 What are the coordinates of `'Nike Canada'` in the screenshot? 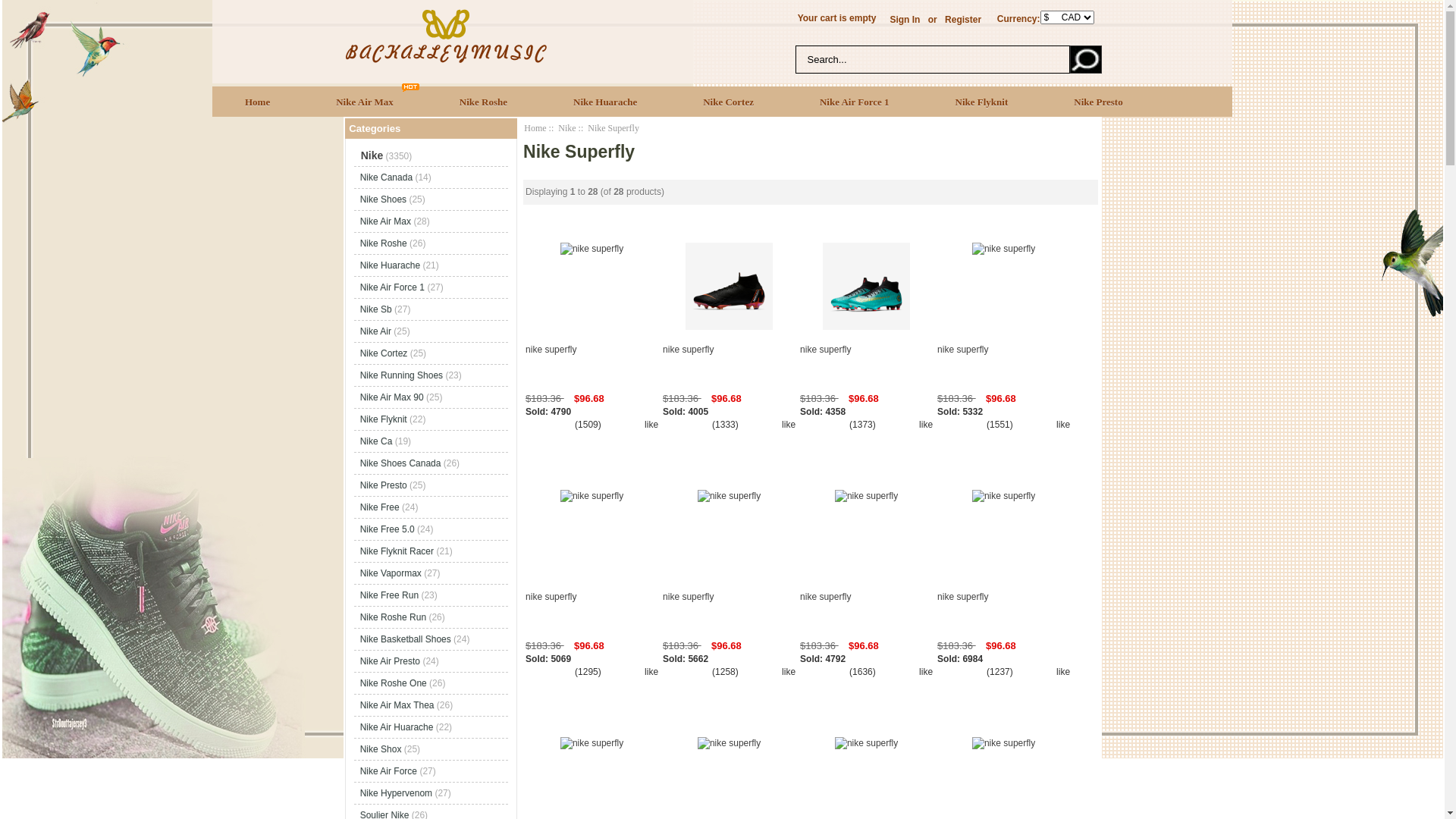 It's located at (386, 177).